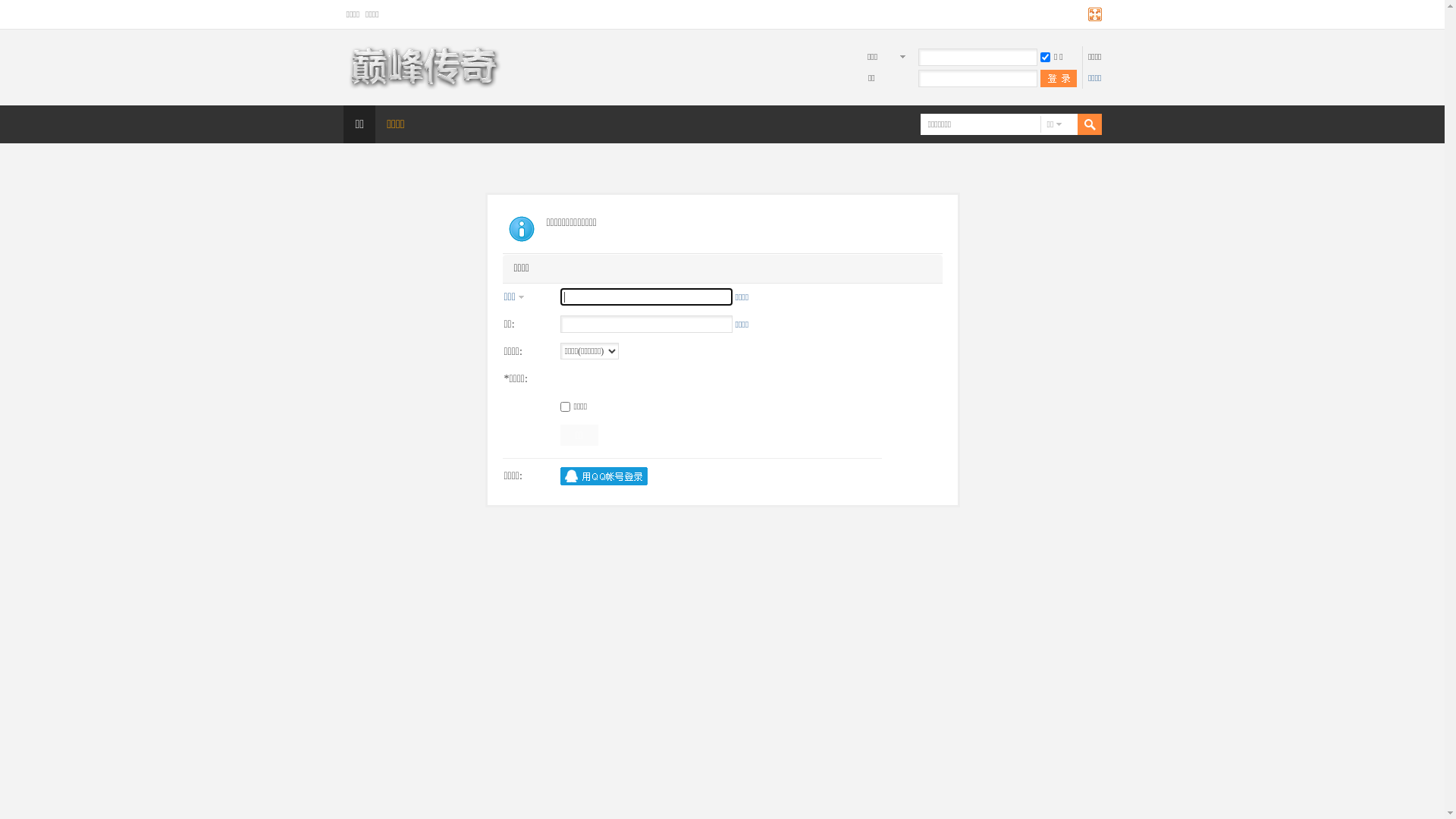 This screenshot has width=1456, height=819. What do you see at coordinates (1065, 124) in the screenshot?
I see `'  '` at bounding box center [1065, 124].